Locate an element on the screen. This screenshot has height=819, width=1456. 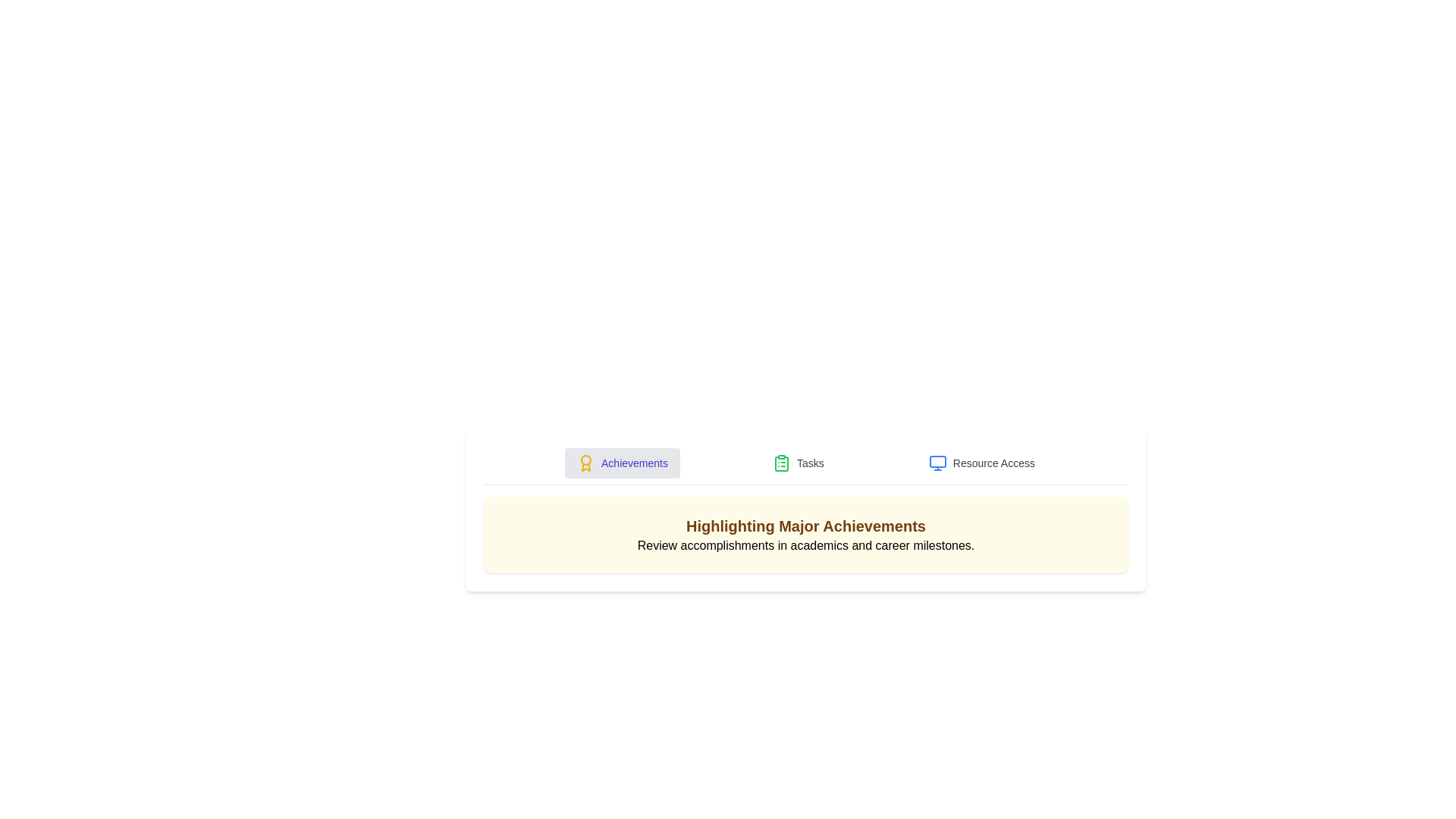
the tab labeled Resource Access is located at coordinates (981, 462).